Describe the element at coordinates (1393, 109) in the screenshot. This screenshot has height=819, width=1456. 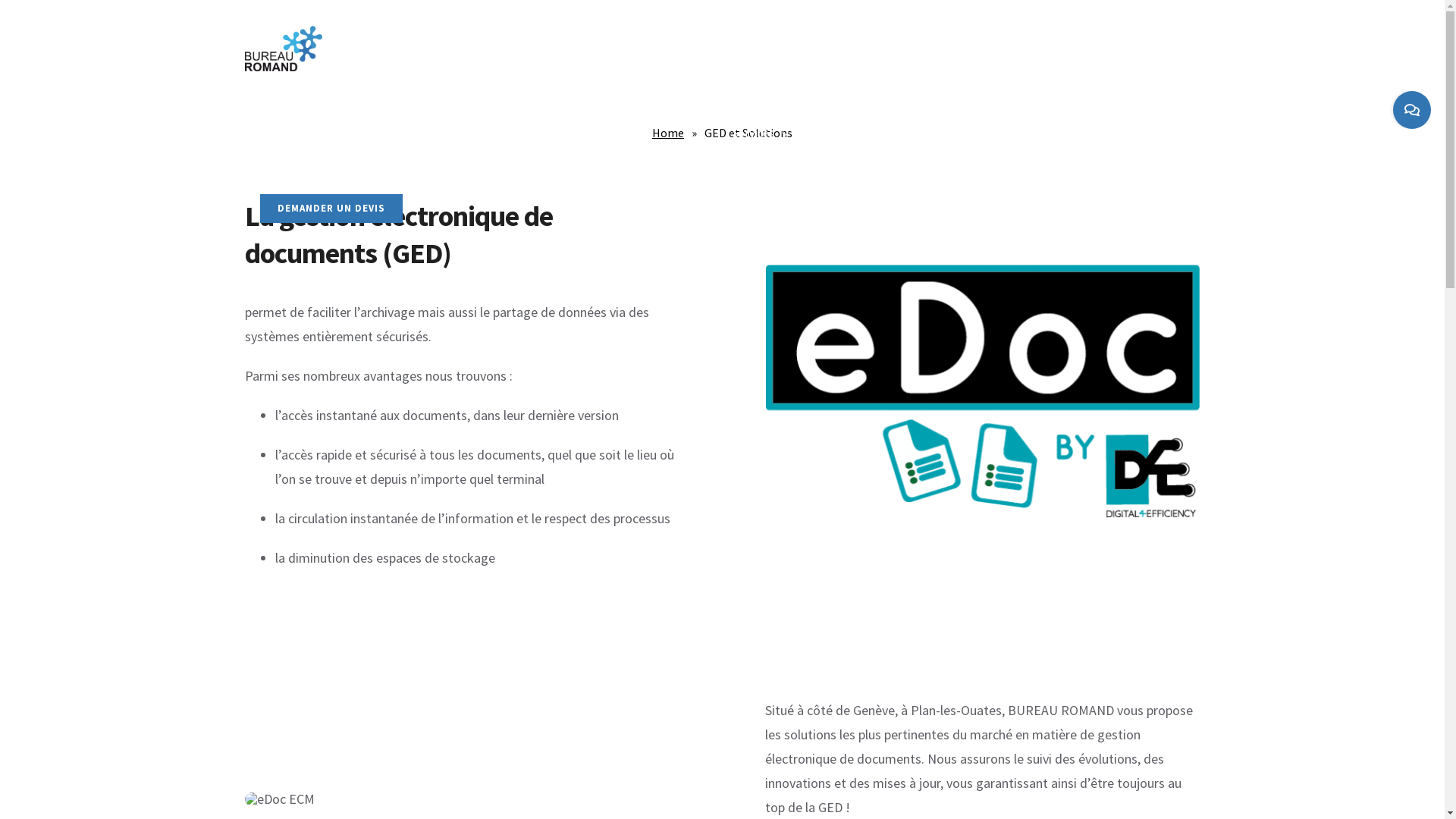
I see `'Bascule de la zone de la barre coulissante'` at that location.